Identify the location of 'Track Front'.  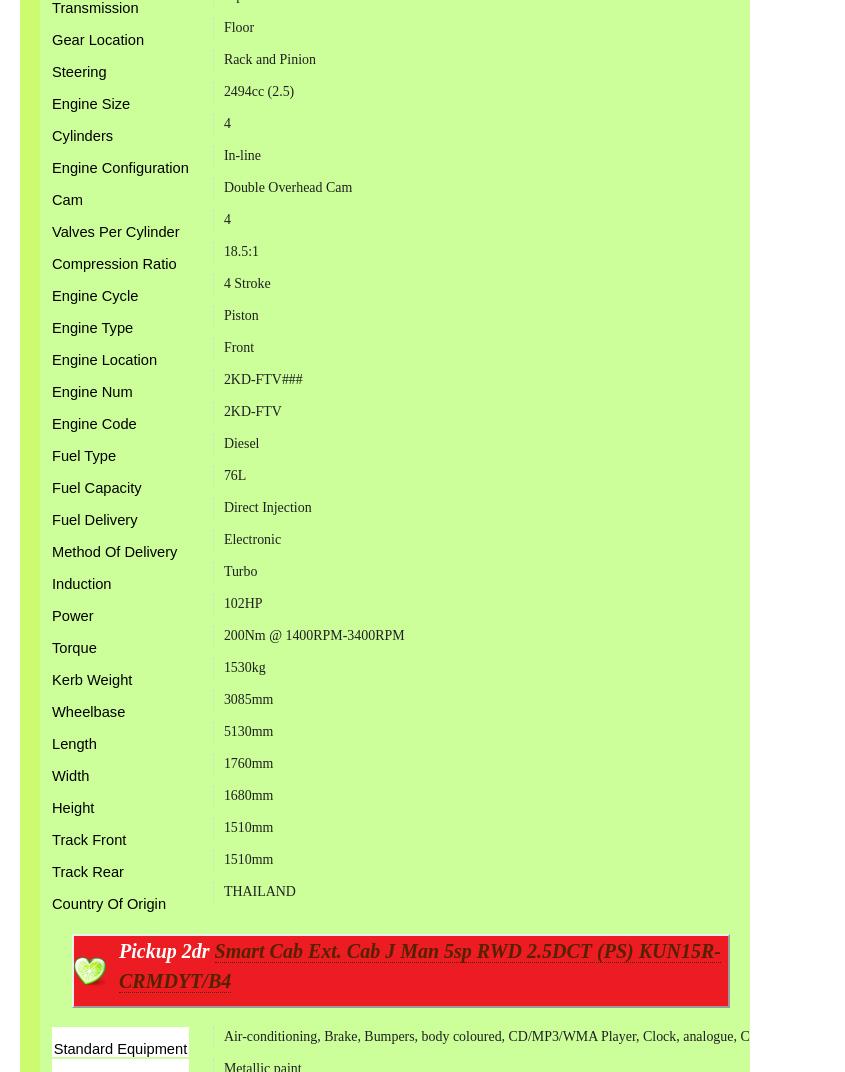
(88, 837).